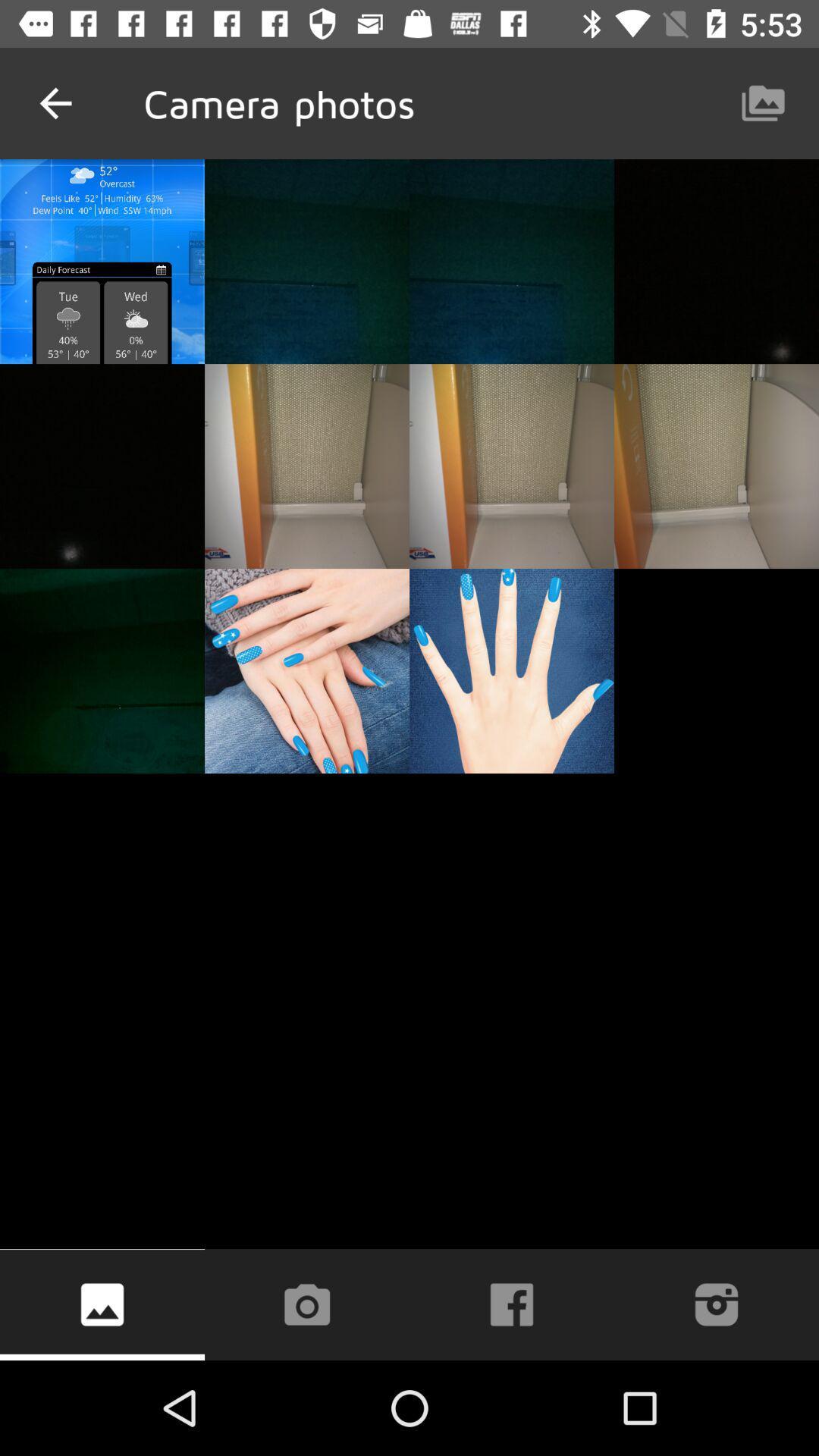  I want to click on item at the bottom left corner, so click(102, 1304).